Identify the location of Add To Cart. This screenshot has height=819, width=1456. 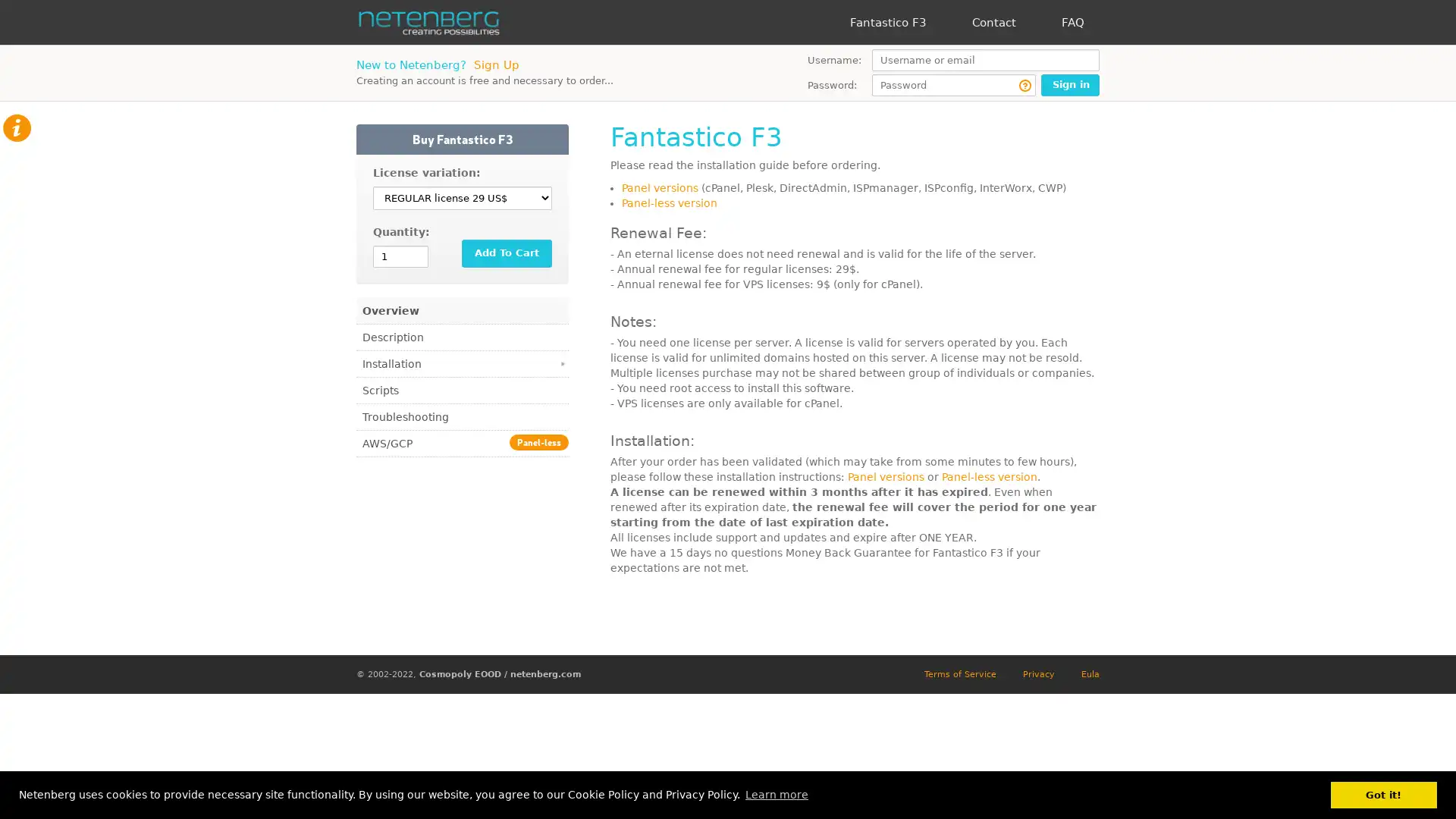
(507, 253).